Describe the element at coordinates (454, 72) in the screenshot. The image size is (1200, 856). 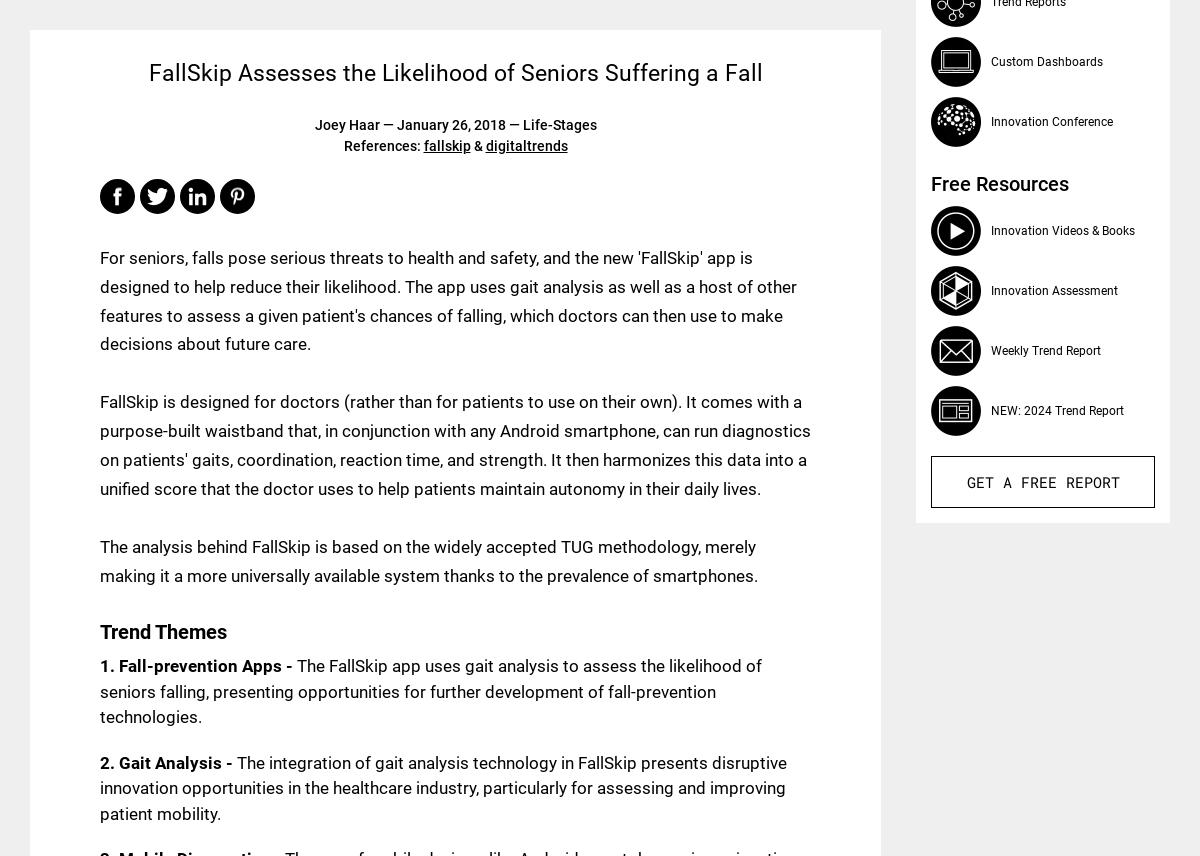
I see `'FallSkip Assesses the Likelihood of Seniors Suffering a Fall'` at that location.